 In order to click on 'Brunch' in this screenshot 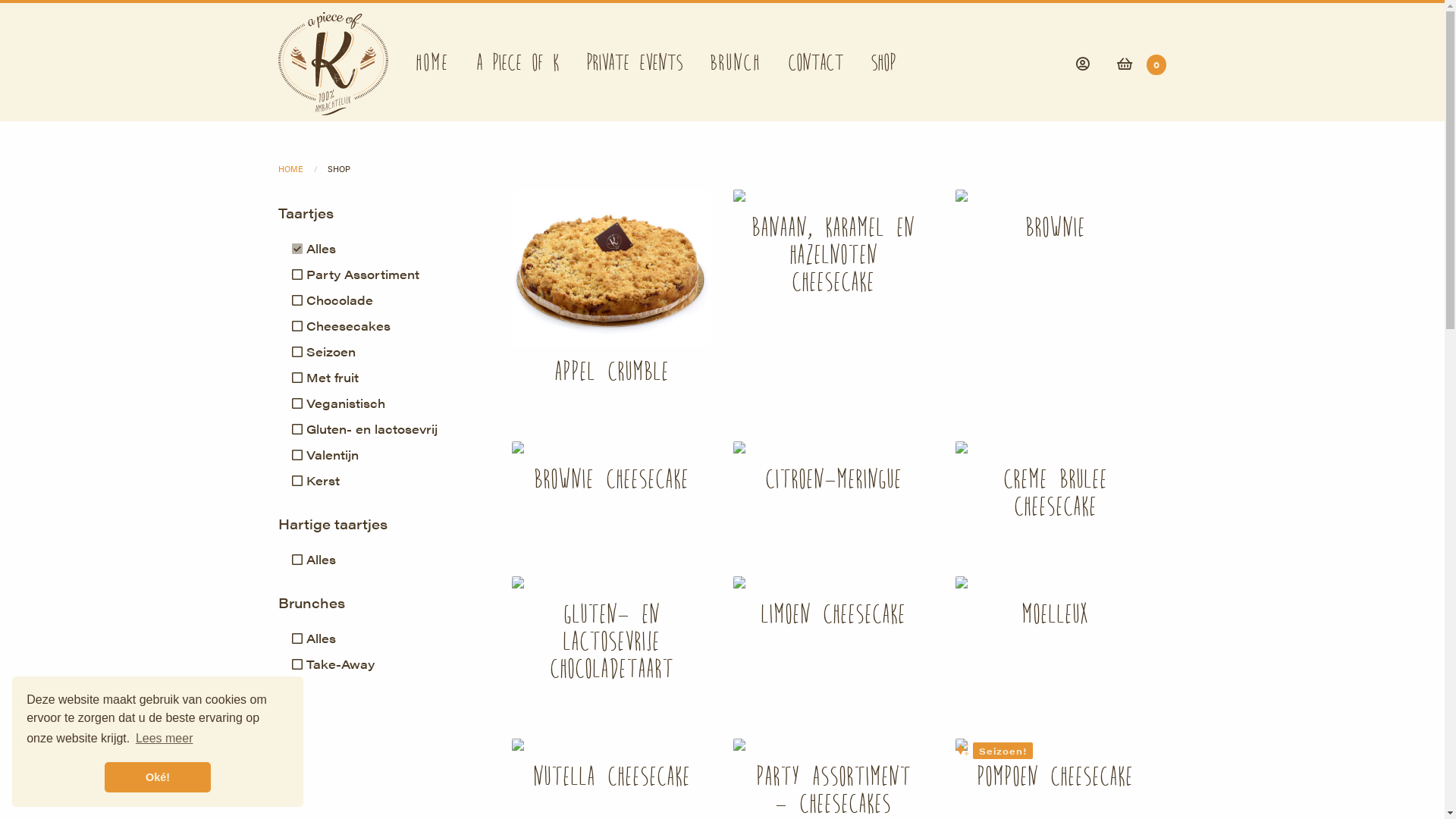, I will do `click(735, 63)`.